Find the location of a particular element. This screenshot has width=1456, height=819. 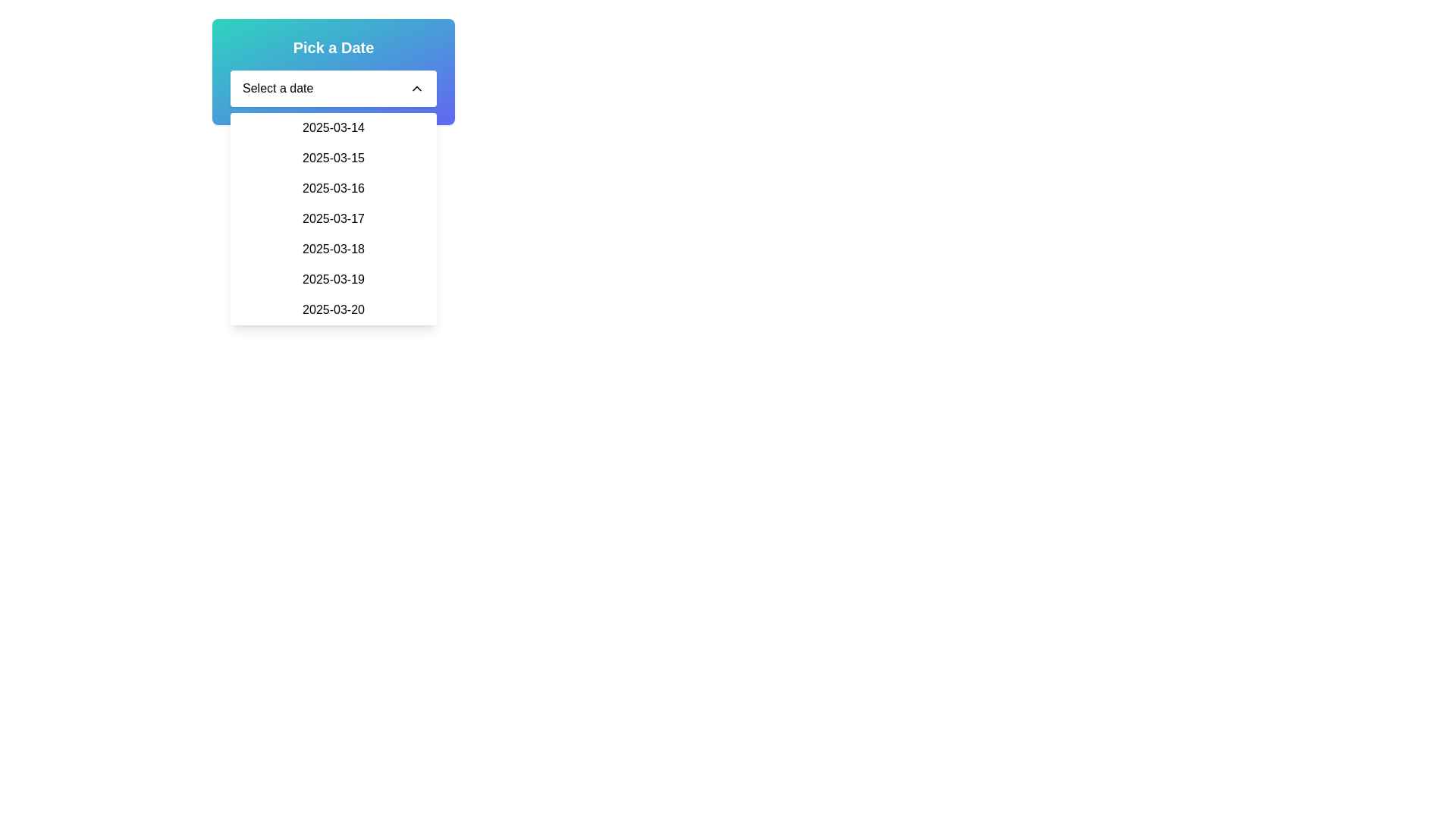

the fourth date entry in the dropdown menu of the 'Pick a Date' interface is located at coordinates (333, 219).